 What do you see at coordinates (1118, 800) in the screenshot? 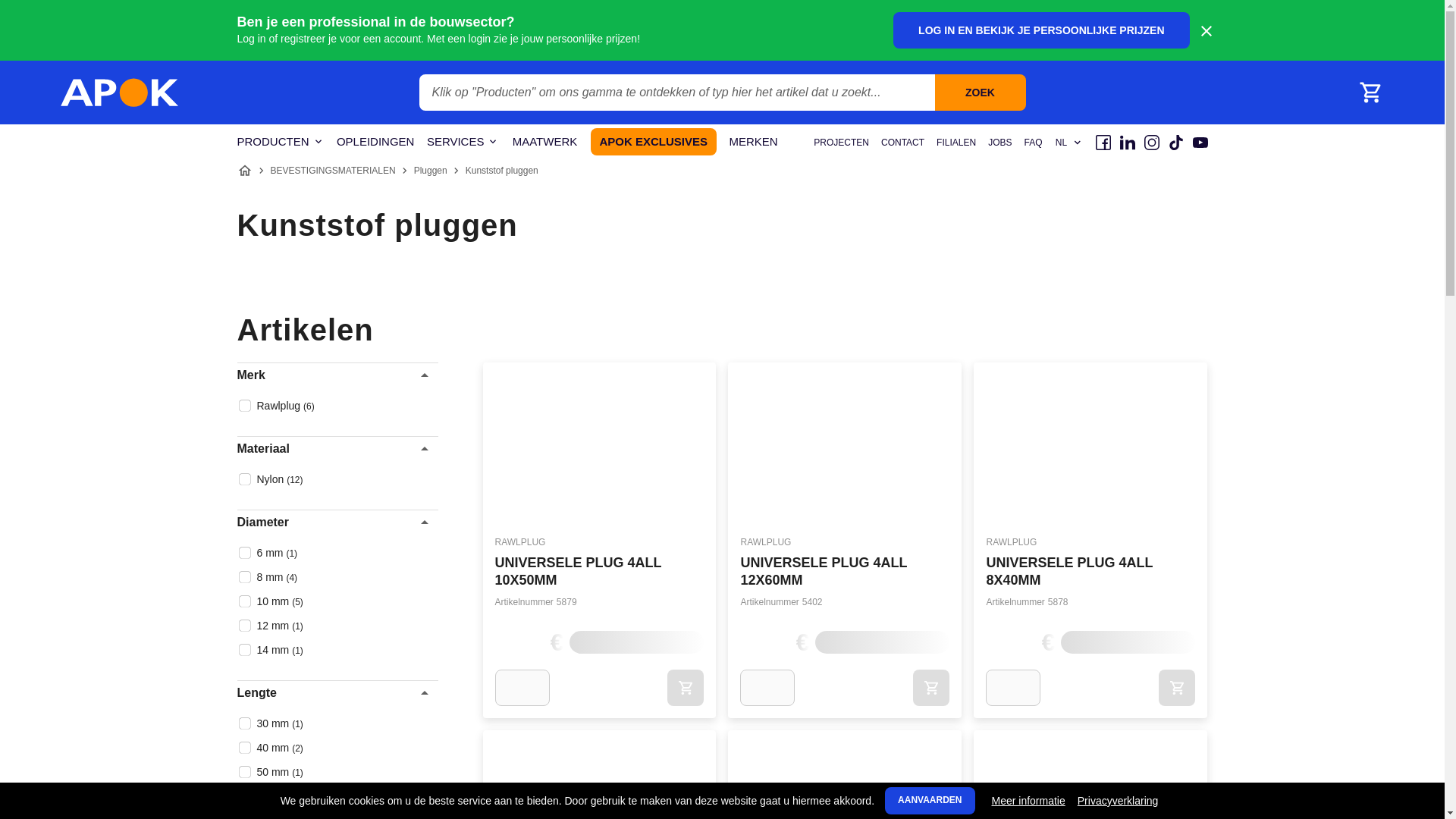
I see `'Privacyverklaring'` at bounding box center [1118, 800].